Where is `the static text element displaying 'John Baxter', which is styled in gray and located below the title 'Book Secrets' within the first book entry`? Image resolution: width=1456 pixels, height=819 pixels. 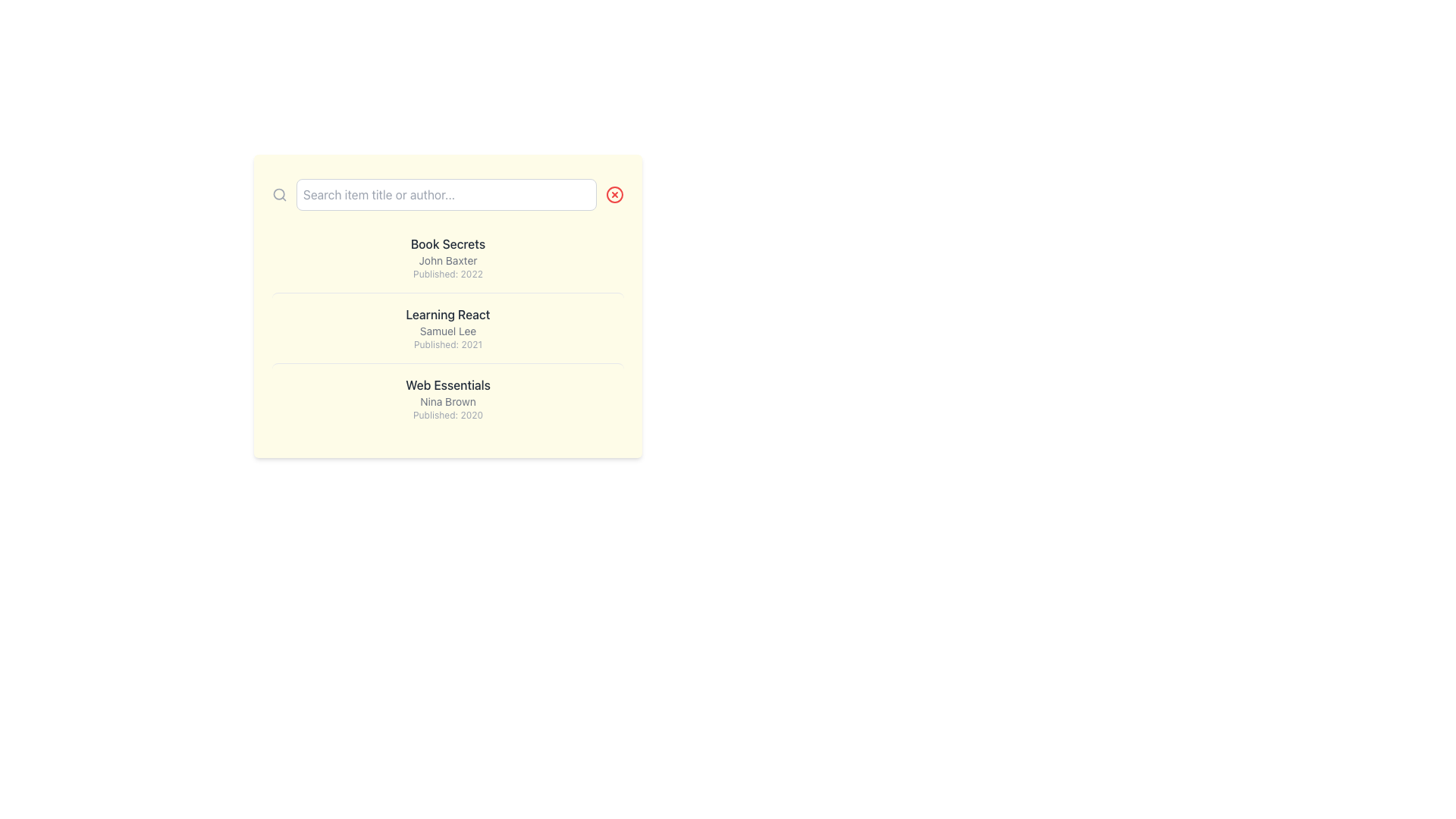 the static text element displaying 'John Baxter', which is styled in gray and located below the title 'Book Secrets' within the first book entry is located at coordinates (447, 259).